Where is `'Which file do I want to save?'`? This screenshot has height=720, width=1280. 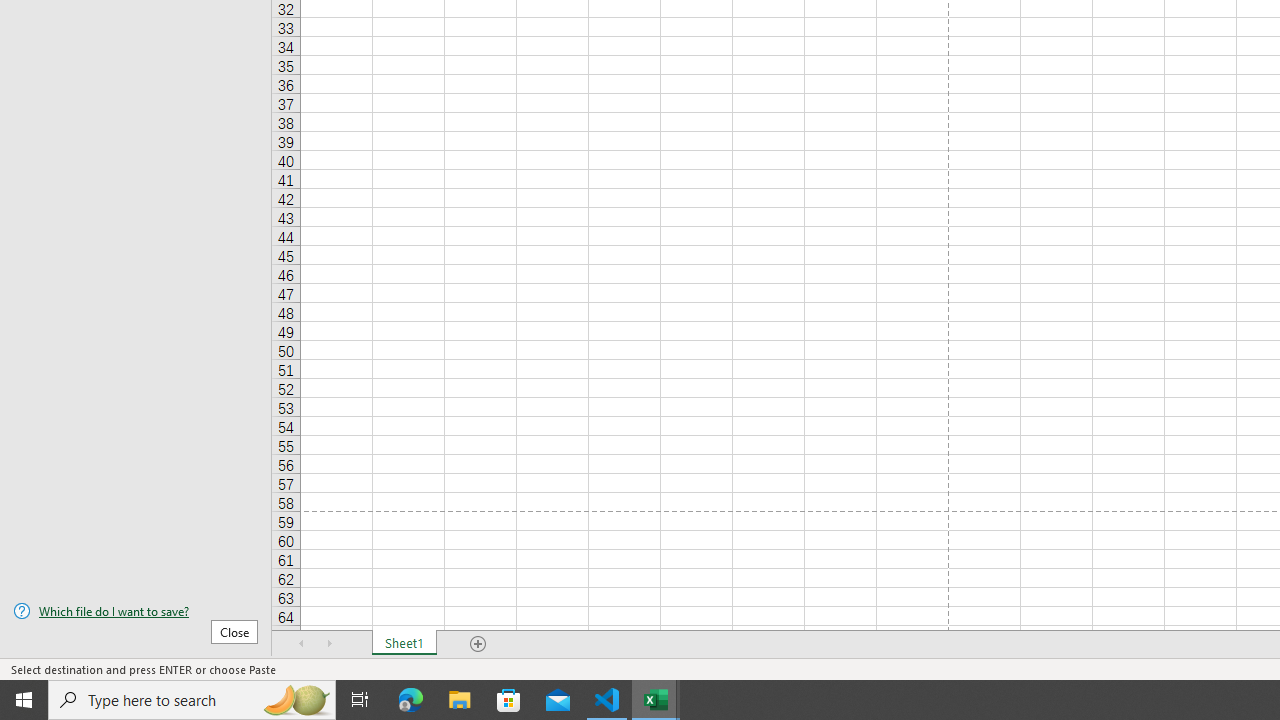 'Which file do I want to save?' is located at coordinates (135, 610).